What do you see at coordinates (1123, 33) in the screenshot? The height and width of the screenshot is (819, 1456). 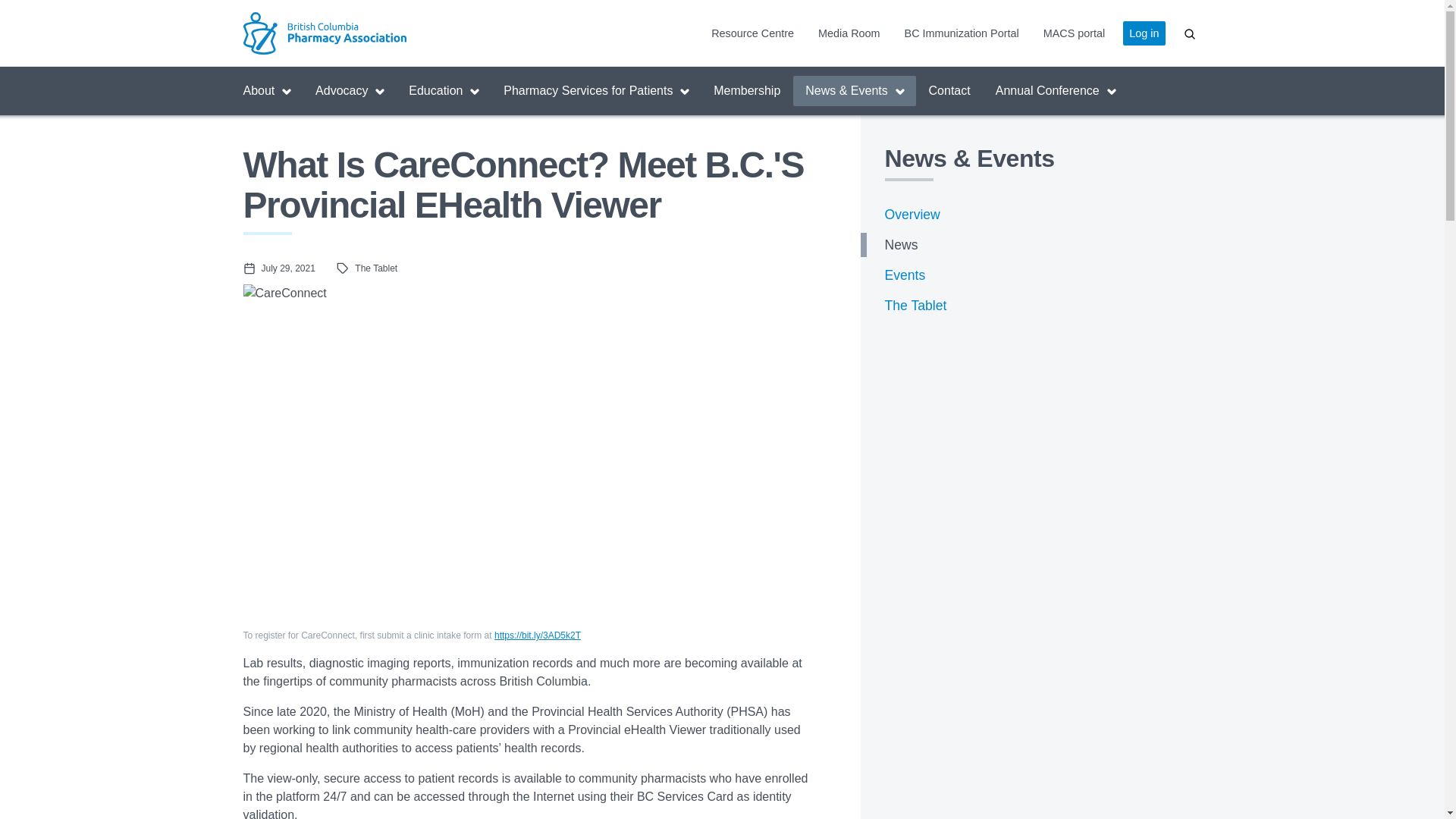 I see `'Log in'` at bounding box center [1123, 33].